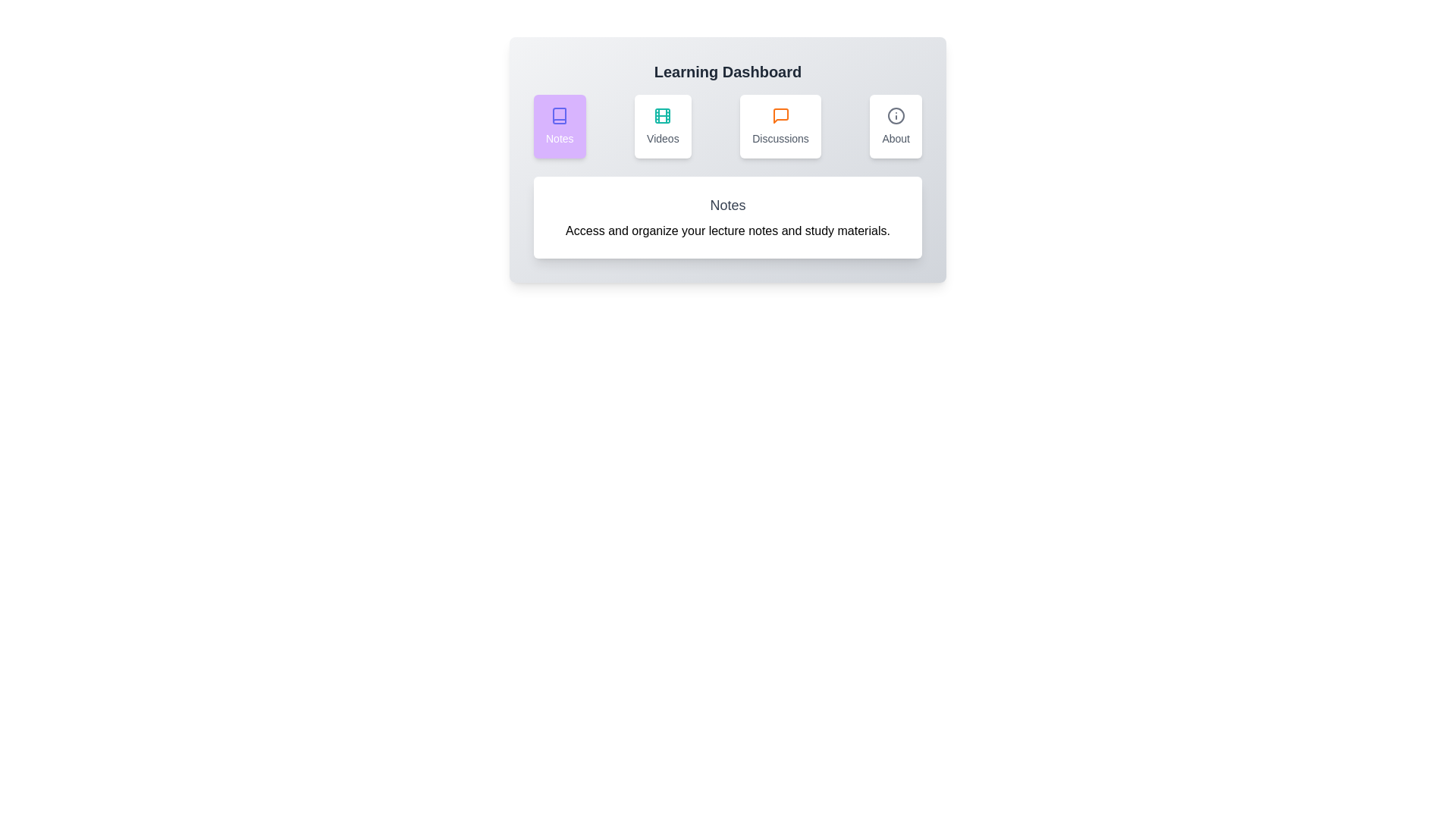 This screenshot has width=1456, height=819. Describe the element at coordinates (780, 125) in the screenshot. I see `the Discussions tab by clicking on its corresponding button` at that location.